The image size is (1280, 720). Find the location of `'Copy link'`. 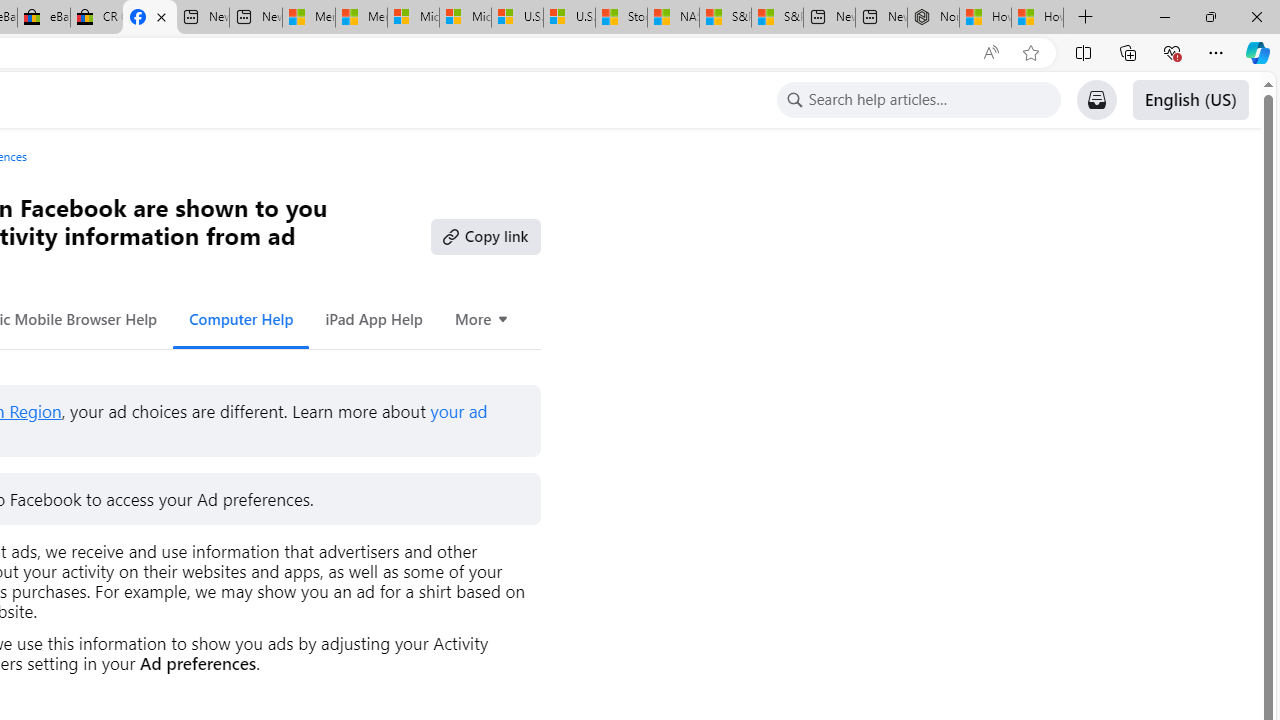

'Copy link' is located at coordinates (485, 235).